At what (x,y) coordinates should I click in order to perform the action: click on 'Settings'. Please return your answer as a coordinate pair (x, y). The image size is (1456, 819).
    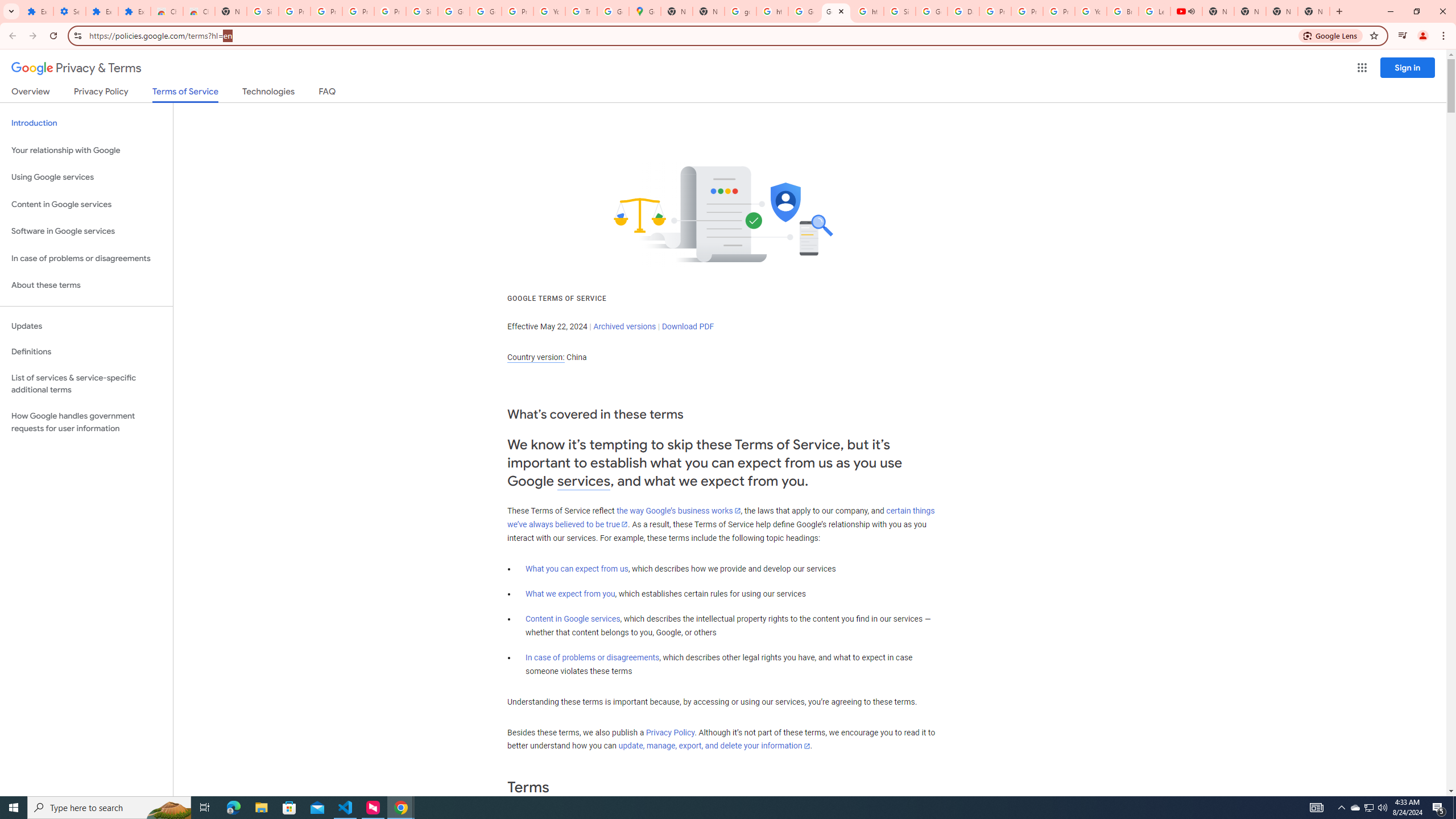
    Looking at the image, I should click on (69, 11).